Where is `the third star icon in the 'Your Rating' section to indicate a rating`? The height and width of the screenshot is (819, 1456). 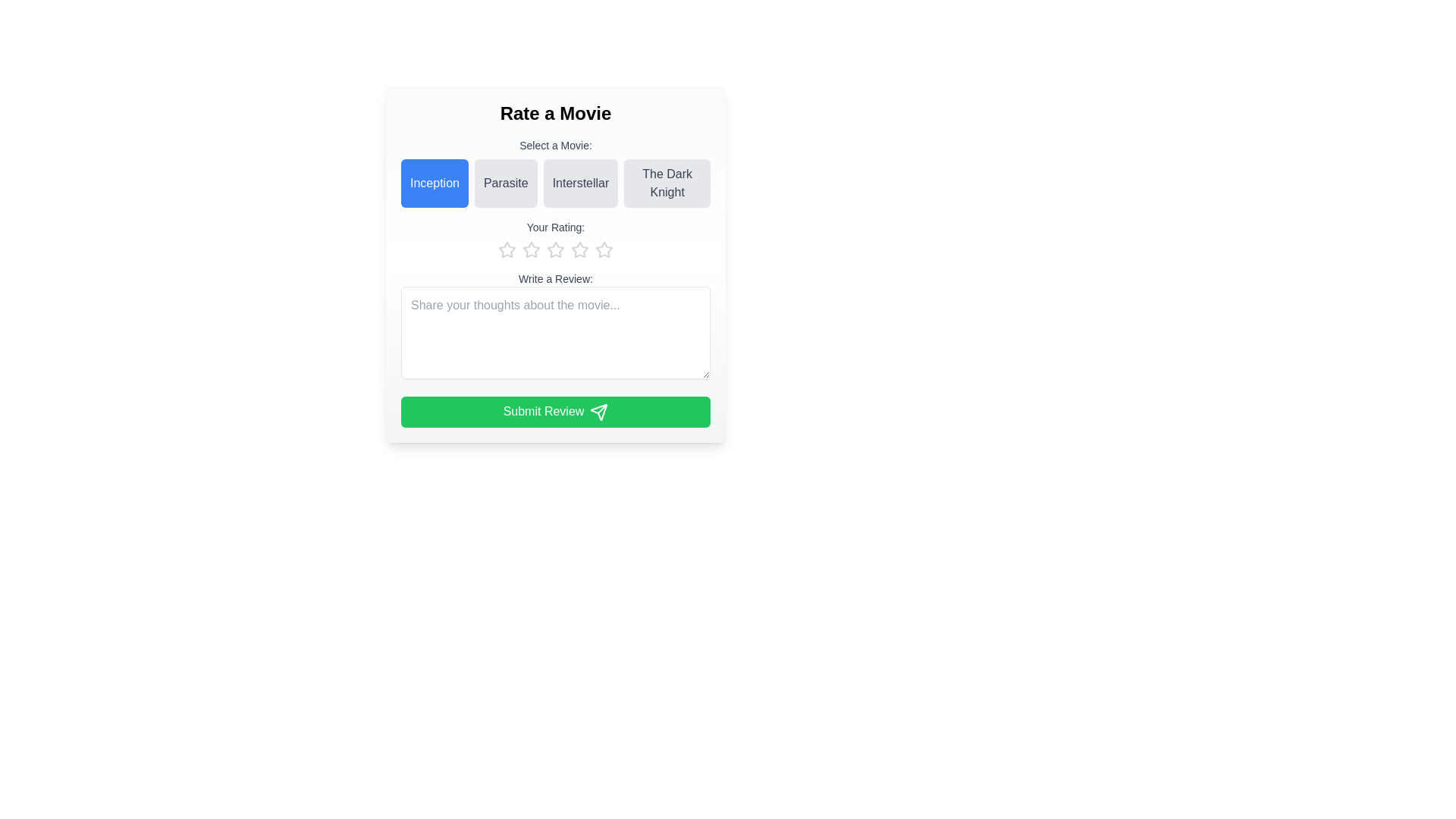 the third star icon in the 'Your Rating' section to indicate a rating is located at coordinates (579, 249).